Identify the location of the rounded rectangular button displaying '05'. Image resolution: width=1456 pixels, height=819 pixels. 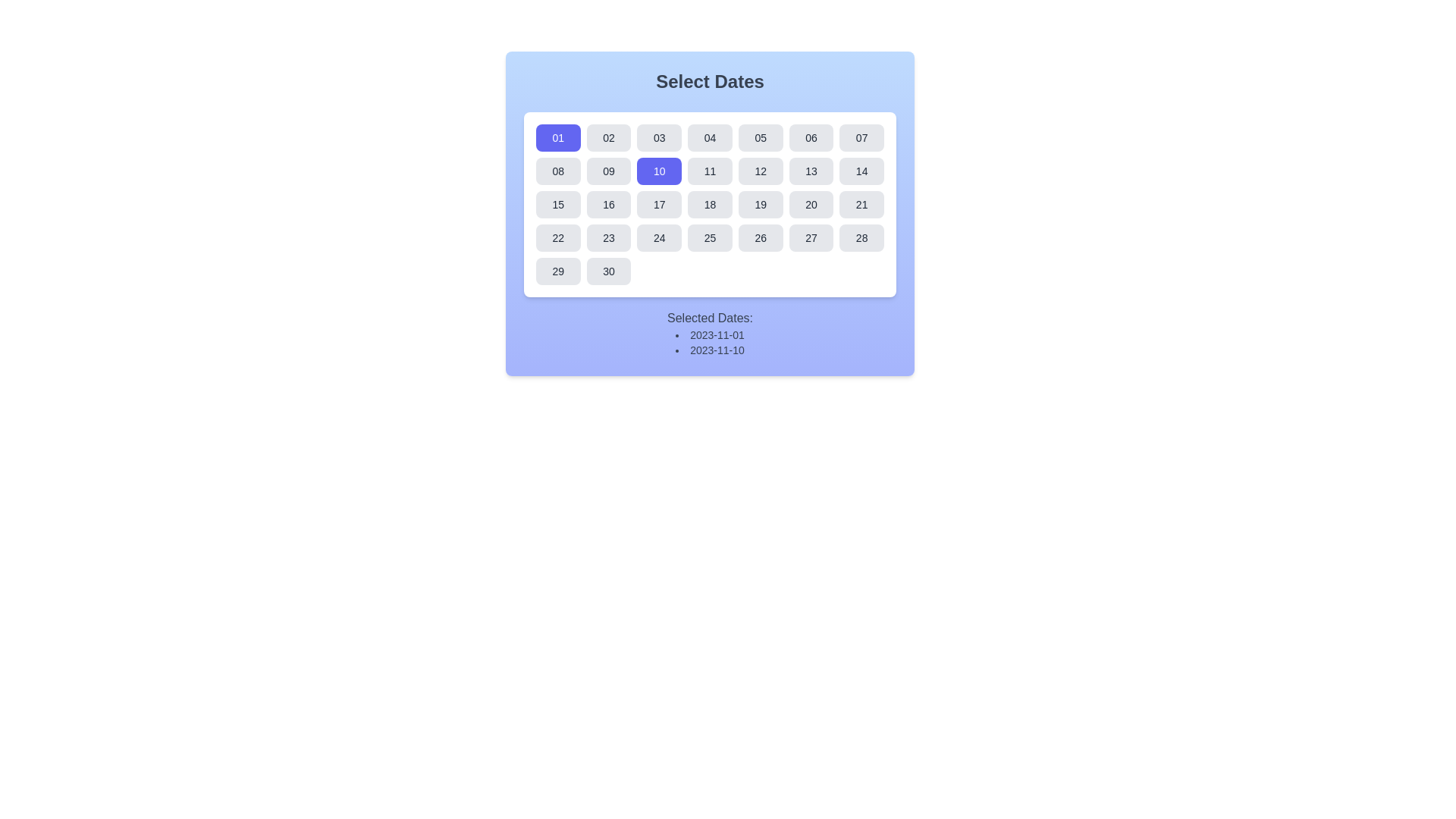
(761, 137).